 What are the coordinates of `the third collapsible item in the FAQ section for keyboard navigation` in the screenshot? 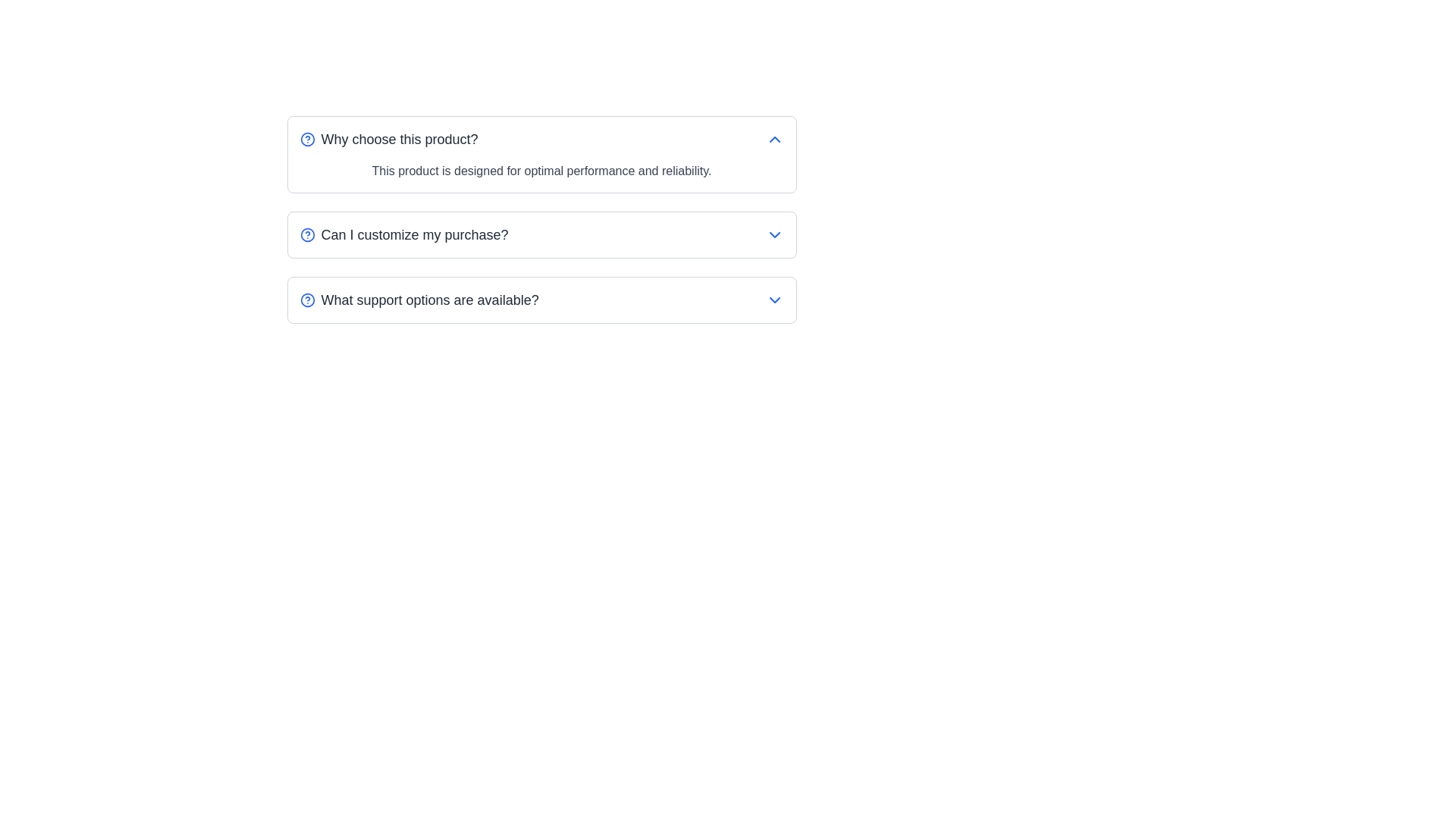 It's located at (541, 300).